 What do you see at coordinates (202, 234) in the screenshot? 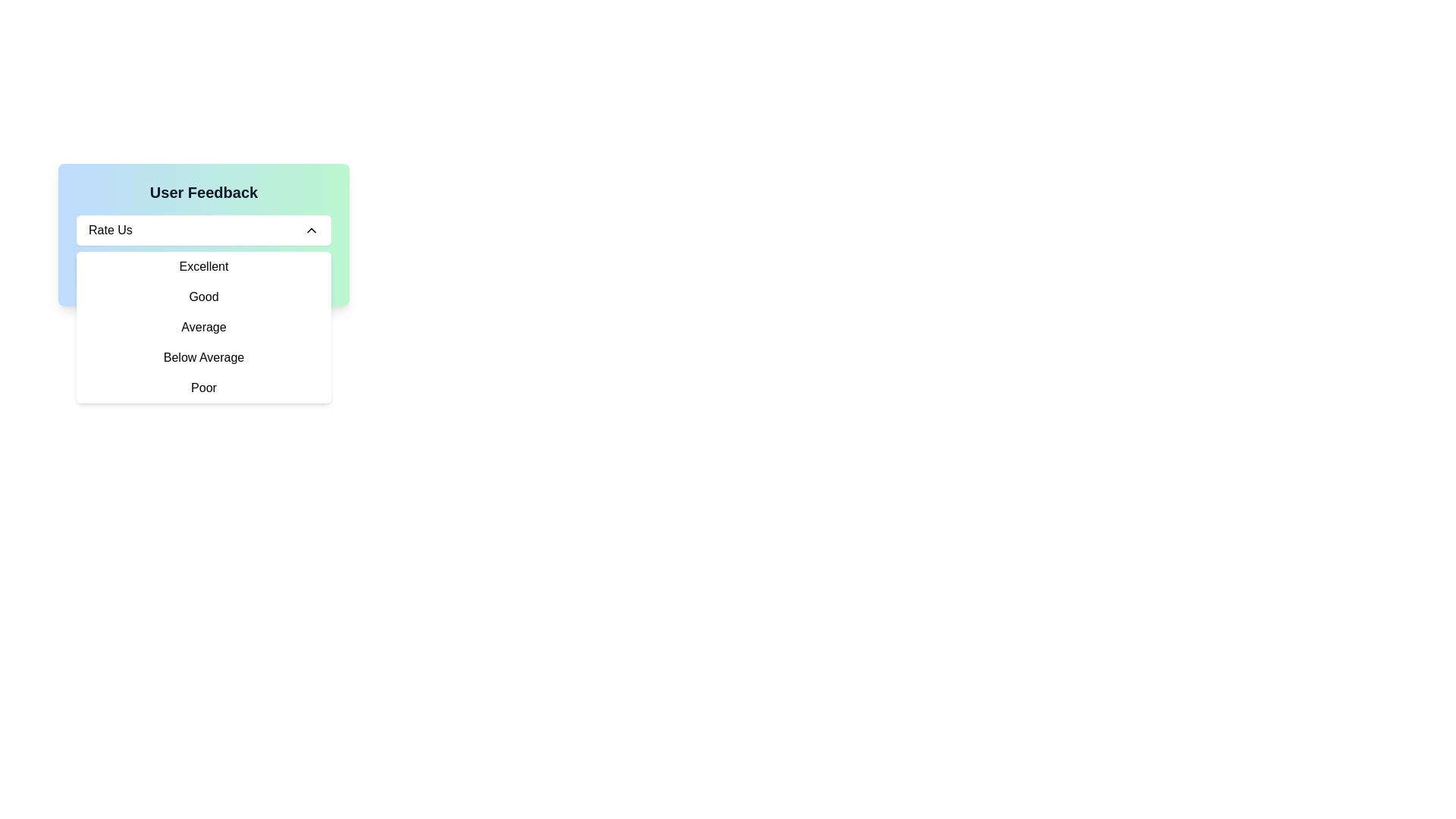
I see `a rating option from the 'Rate Us' dropdown in the User Feedback component, which features a gradient background and rounded corners` at bounding box center [202, 234].